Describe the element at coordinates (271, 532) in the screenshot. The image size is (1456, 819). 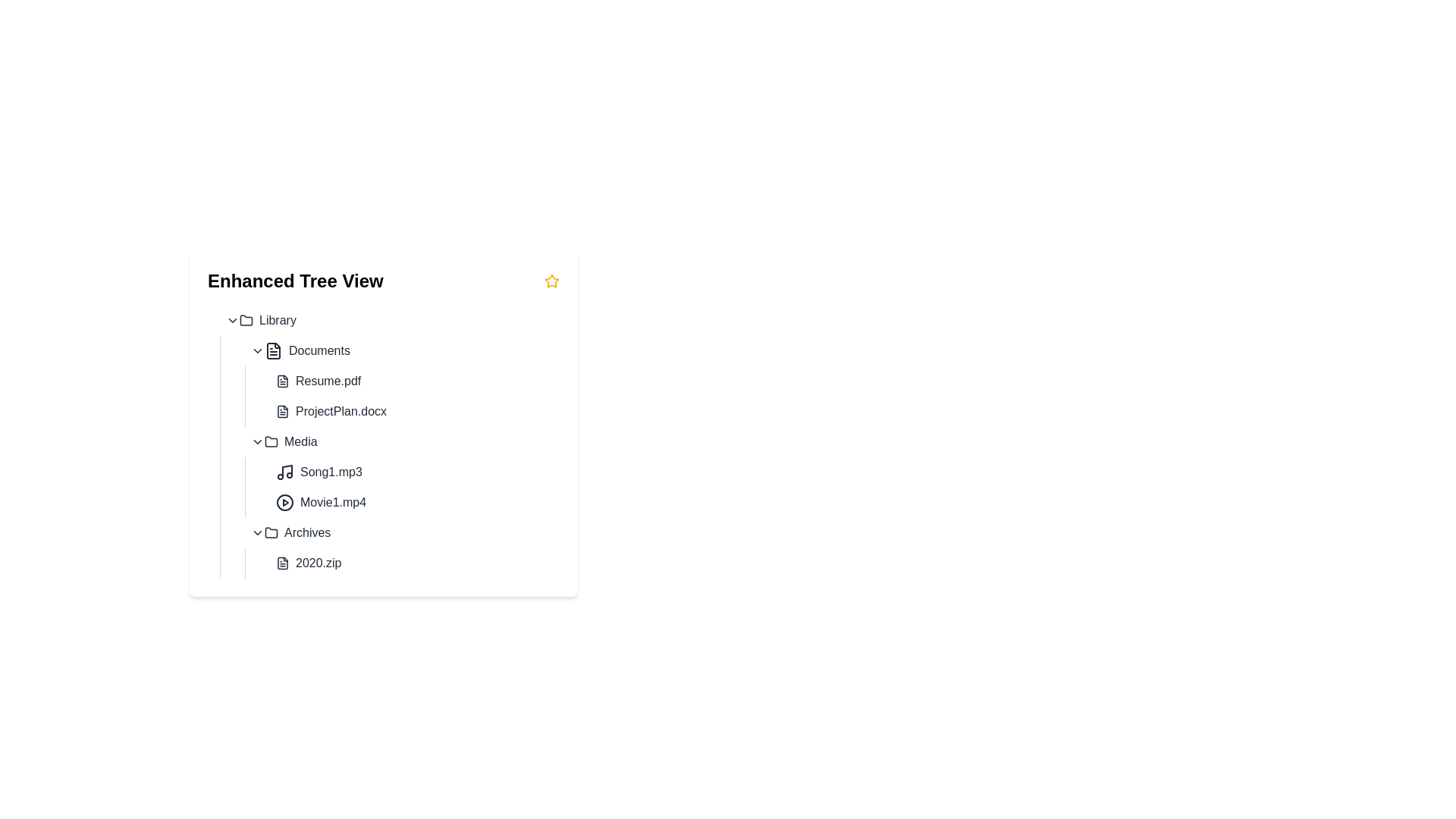
I see `the folder icon located under the 'Archives' section at the third hierarchical level` at that location.